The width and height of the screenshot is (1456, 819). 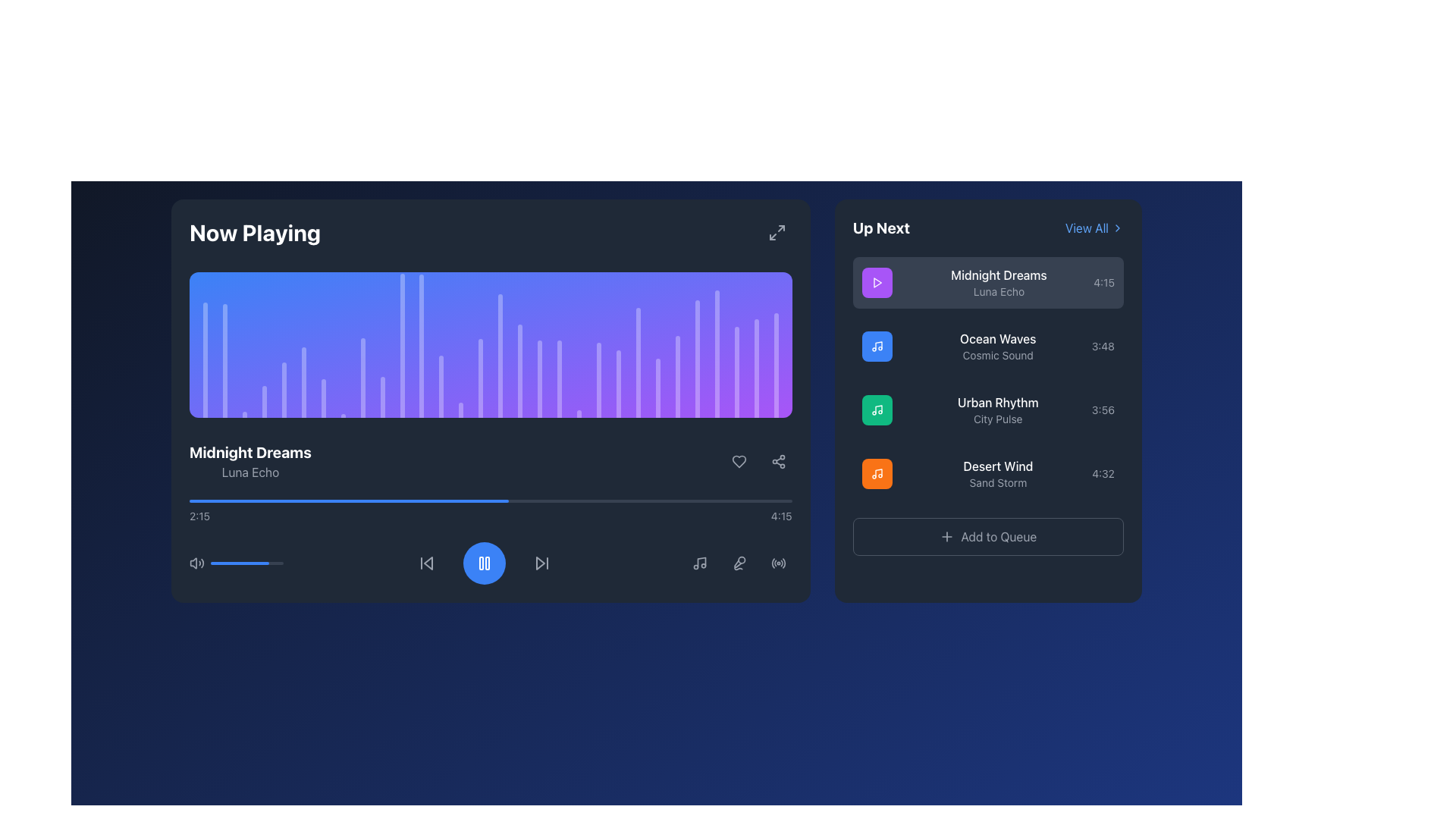 What do you see at coordinates (998, 419) in the screenshot?
I see `the 'City Pulse' text label, which is displayed in a small gray font beneath the 'Urban Rhythm' title in the 'Up Next' section of the playlist` at bounding box center [998, 419].